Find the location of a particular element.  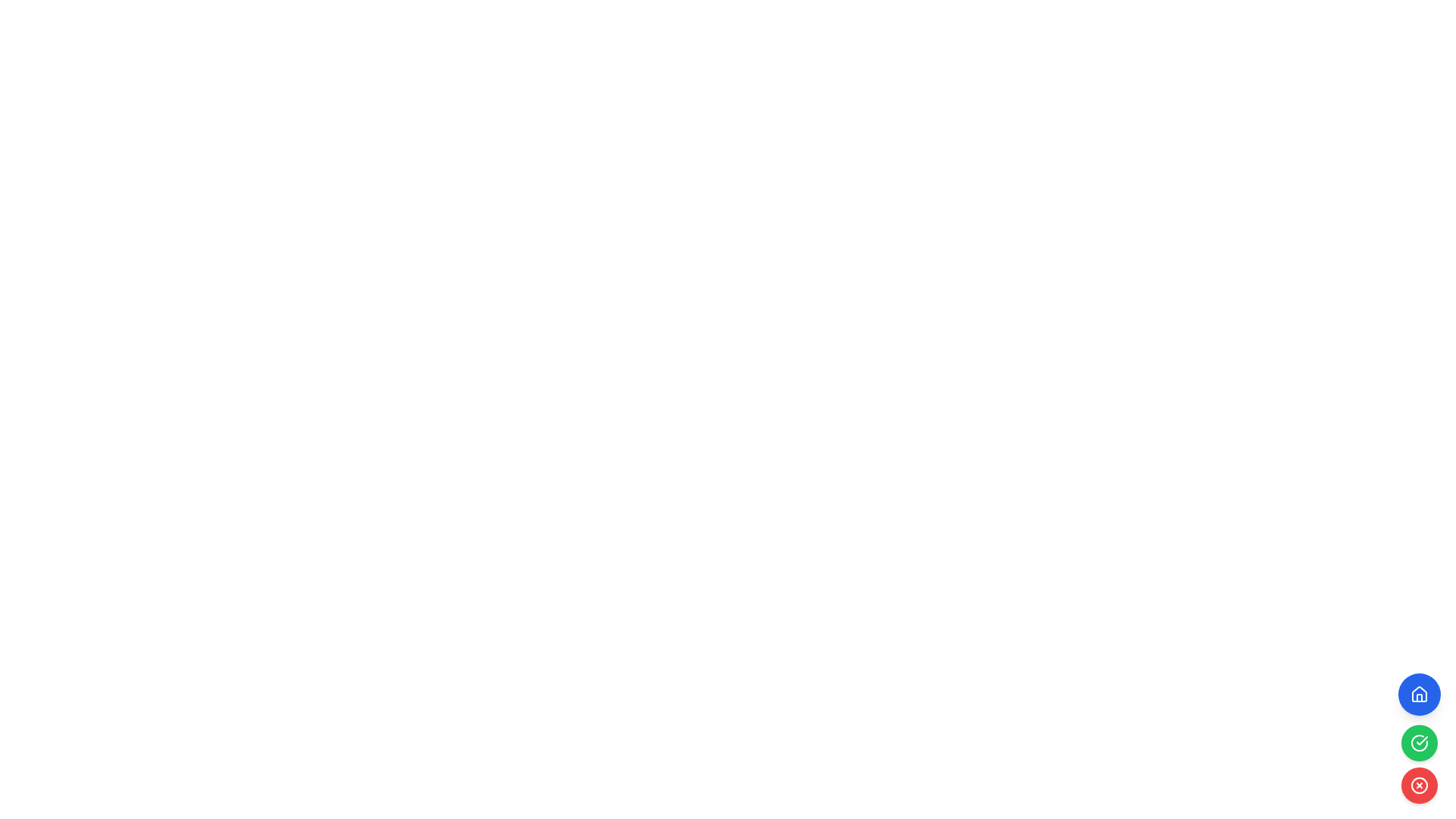

the iconic button with a green background and white check mark to mark the associated task as done is located at coordinates (1419, 742).